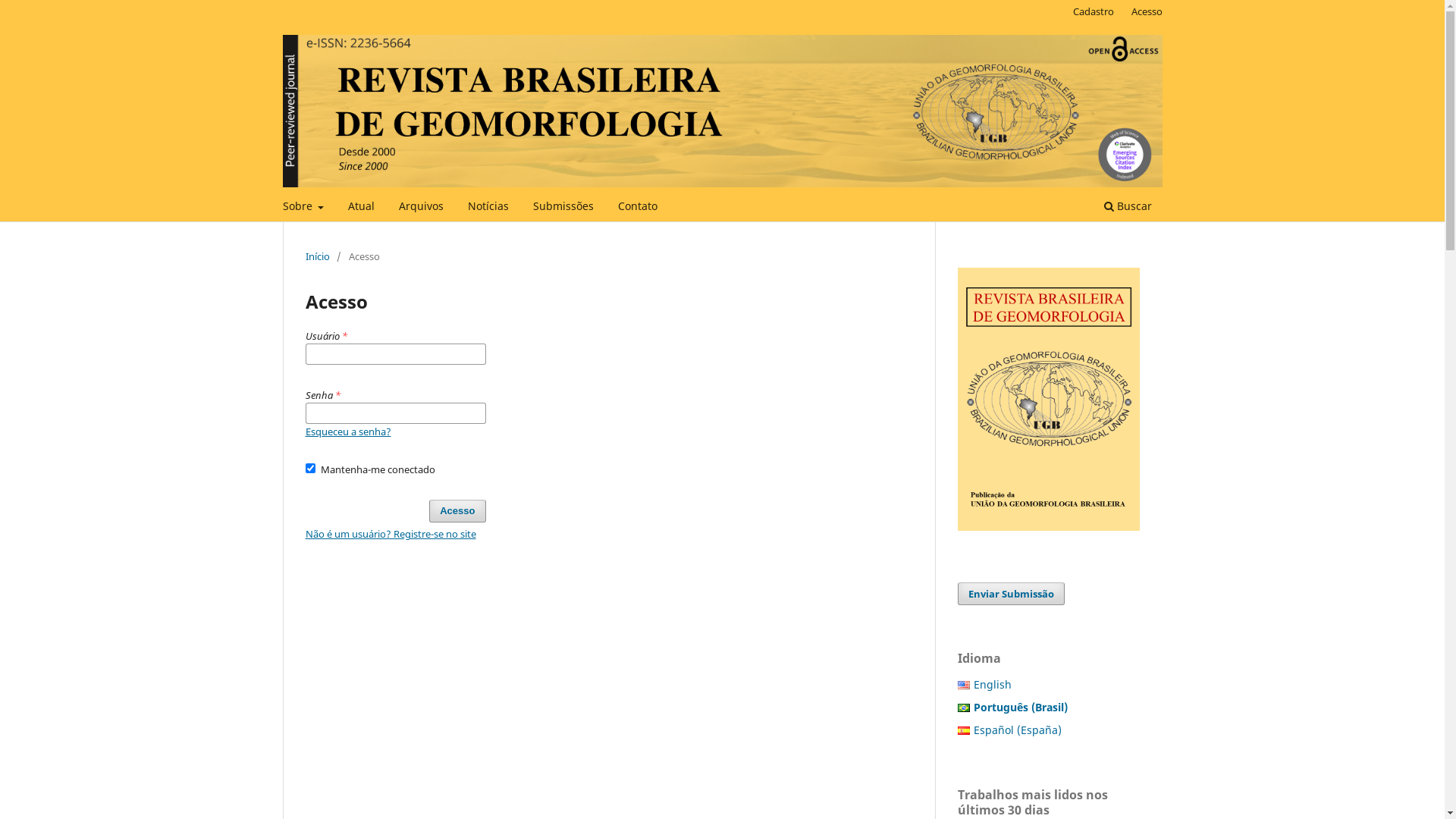 The width and height of the screenshot is (1456, 819). Describe the element at coordinates (303, 208) in the screenshot. I see `'Sobre'` at that location.